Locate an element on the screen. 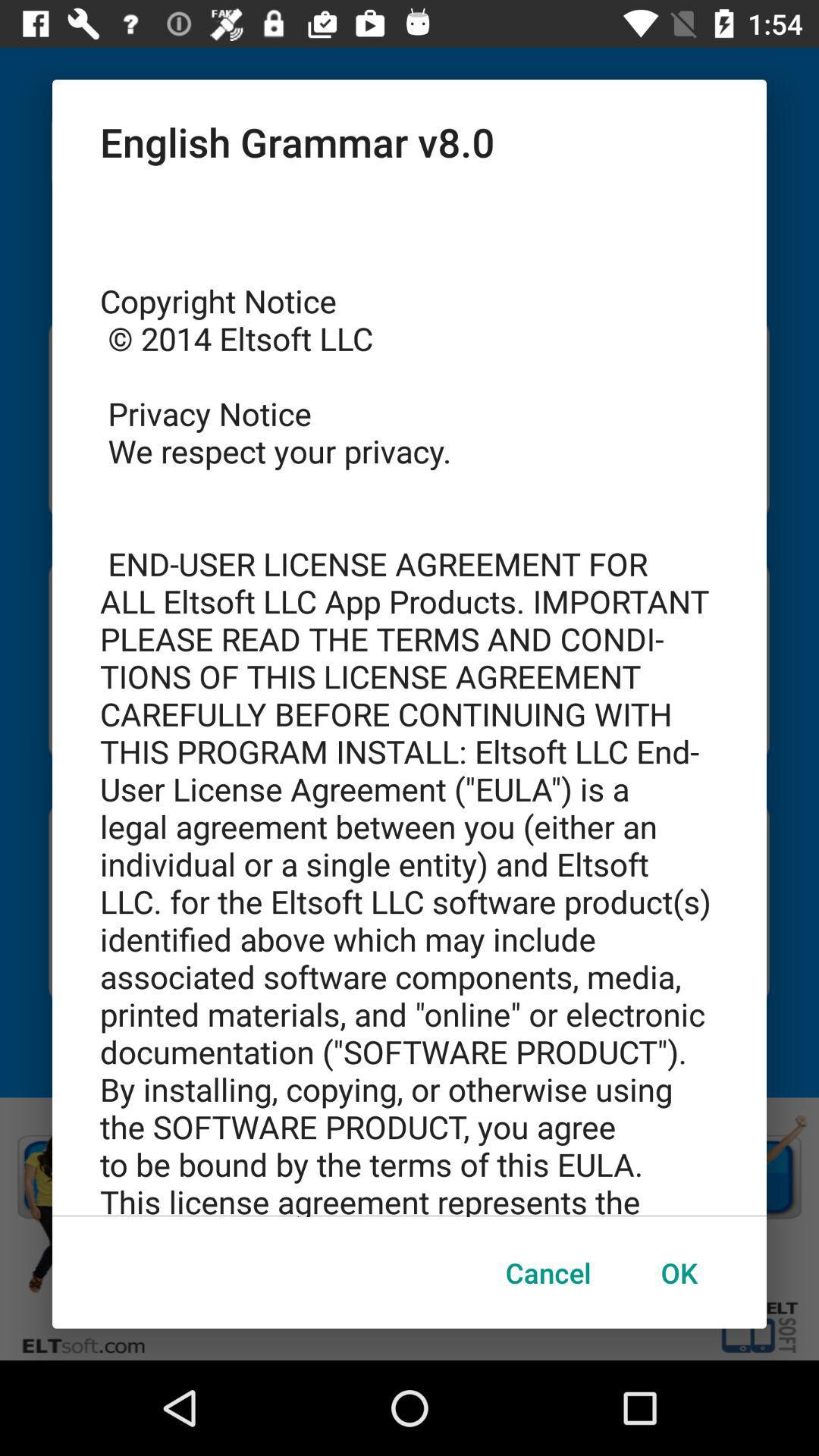 The width and height of the screenshot is (819, 1456). ok button is located at coordinates (678, 1272).